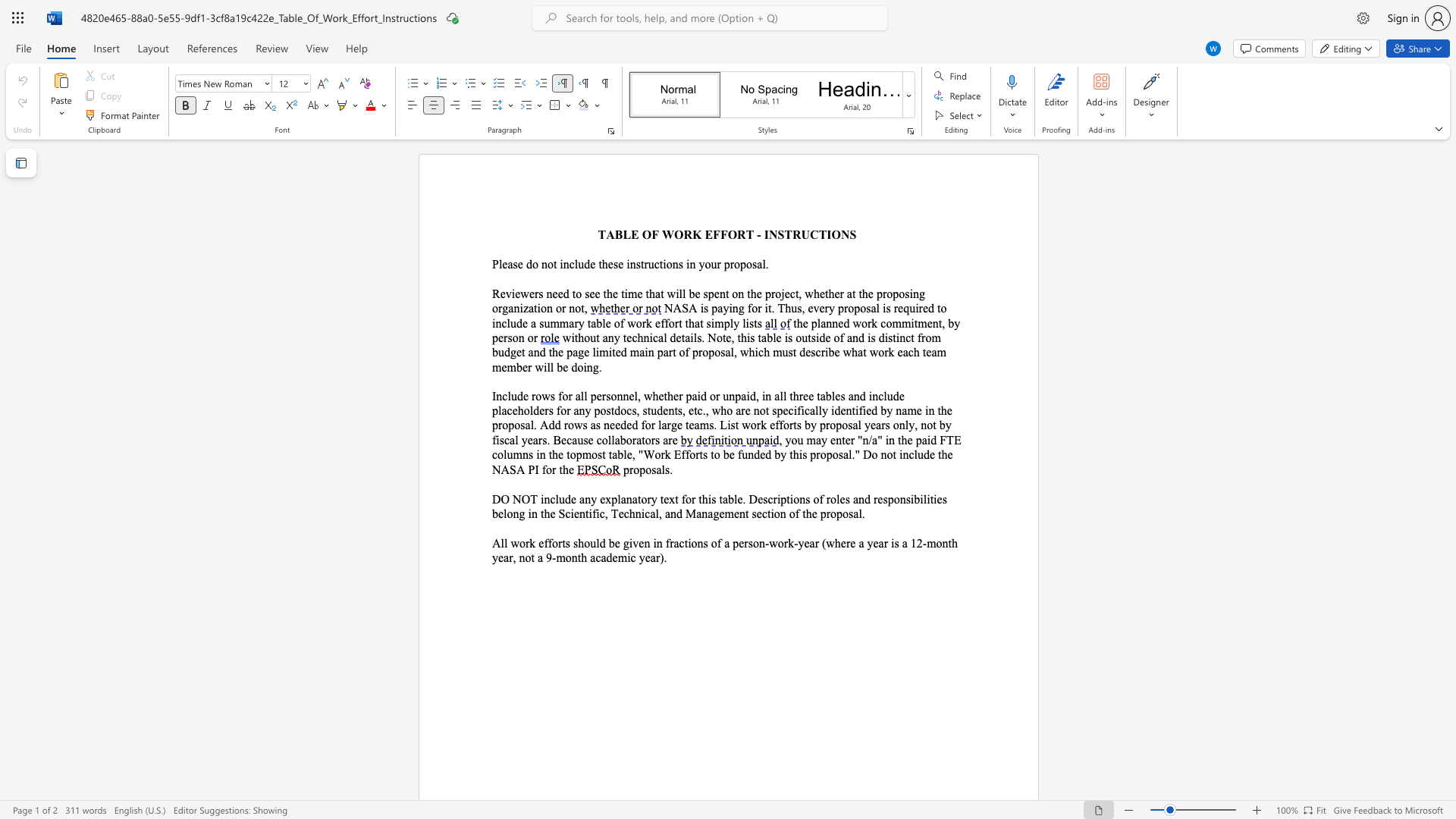 This screenshot has width=1456, height=819. What do you see at coordinates (507, 513) in the screenshot?
I see `the subset text "ong in the Scientific, Technic" within the text "DO NOT include any explanatory text for this table. Descriptions of roles and responsibilities belong in the Scientific, Technical, and Management section of the proposal."` at bounding box center [507, 513].